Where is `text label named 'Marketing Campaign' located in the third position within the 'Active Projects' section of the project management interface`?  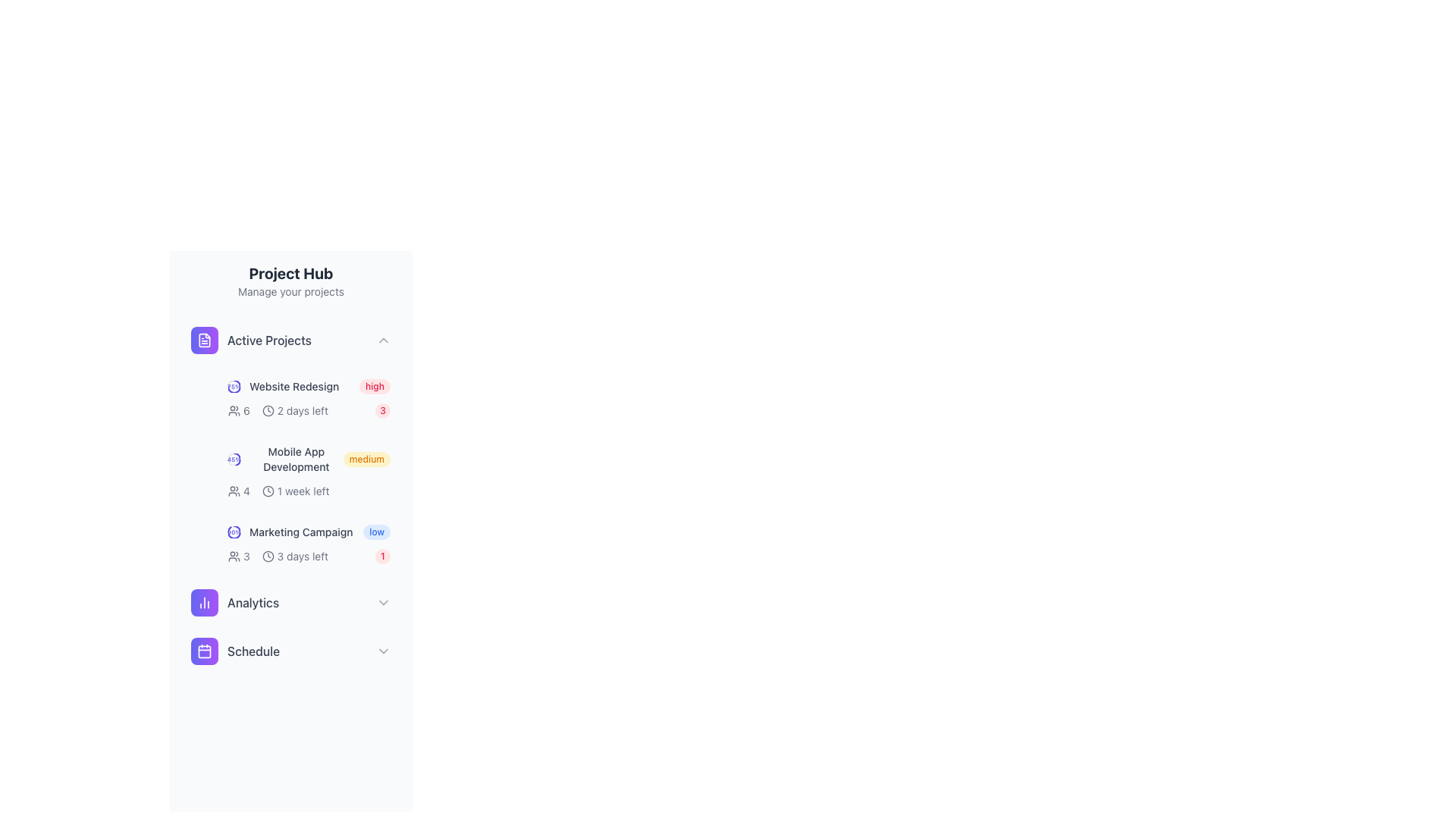 text label named 'Marketing Campaign' located in the third position within the 'Active Projects' section of the project management interface is located at coordinates (301, 532).